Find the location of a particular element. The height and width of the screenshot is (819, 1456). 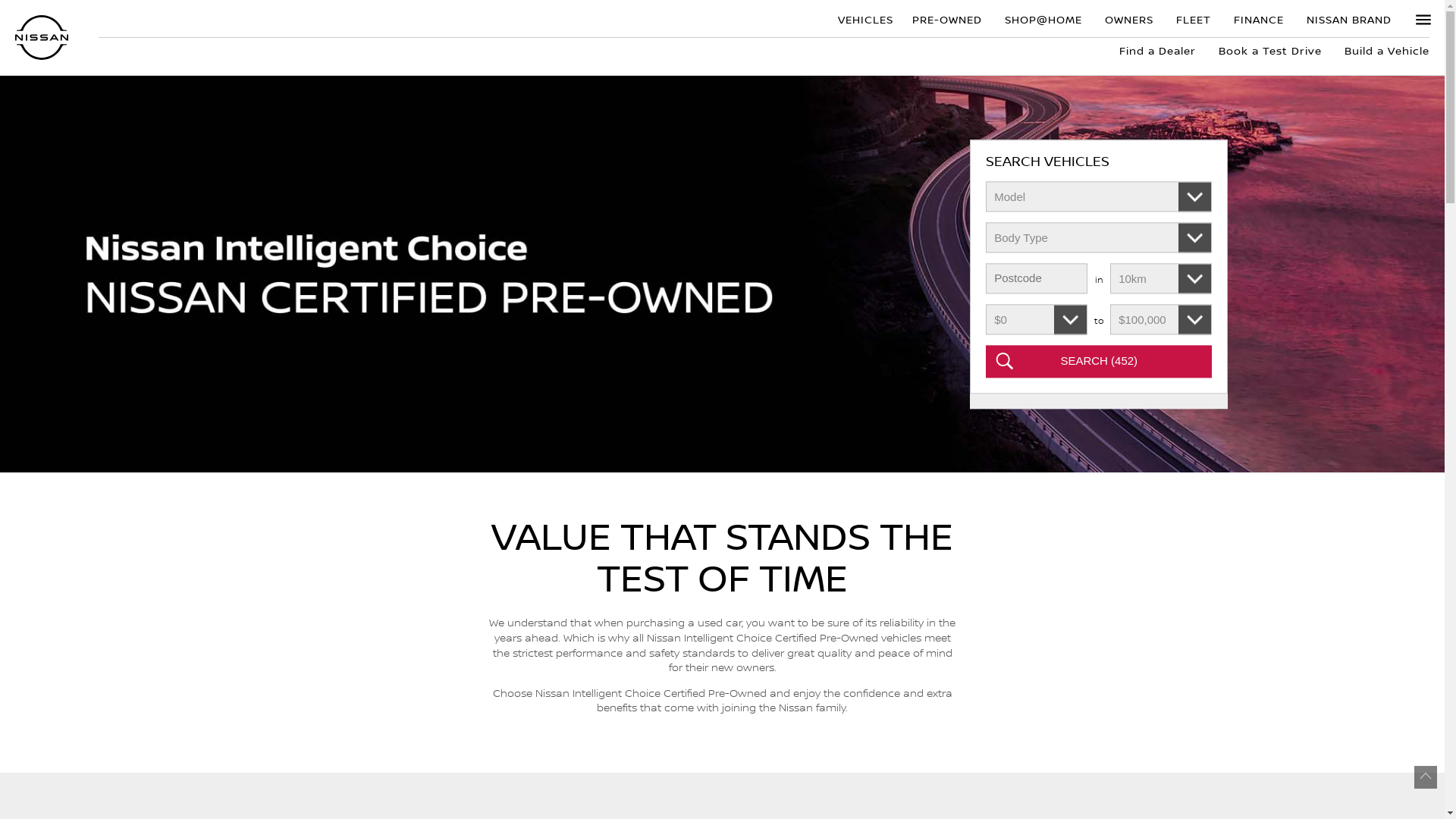

'PRE-OWNED' is located at coordinates (946, 18).